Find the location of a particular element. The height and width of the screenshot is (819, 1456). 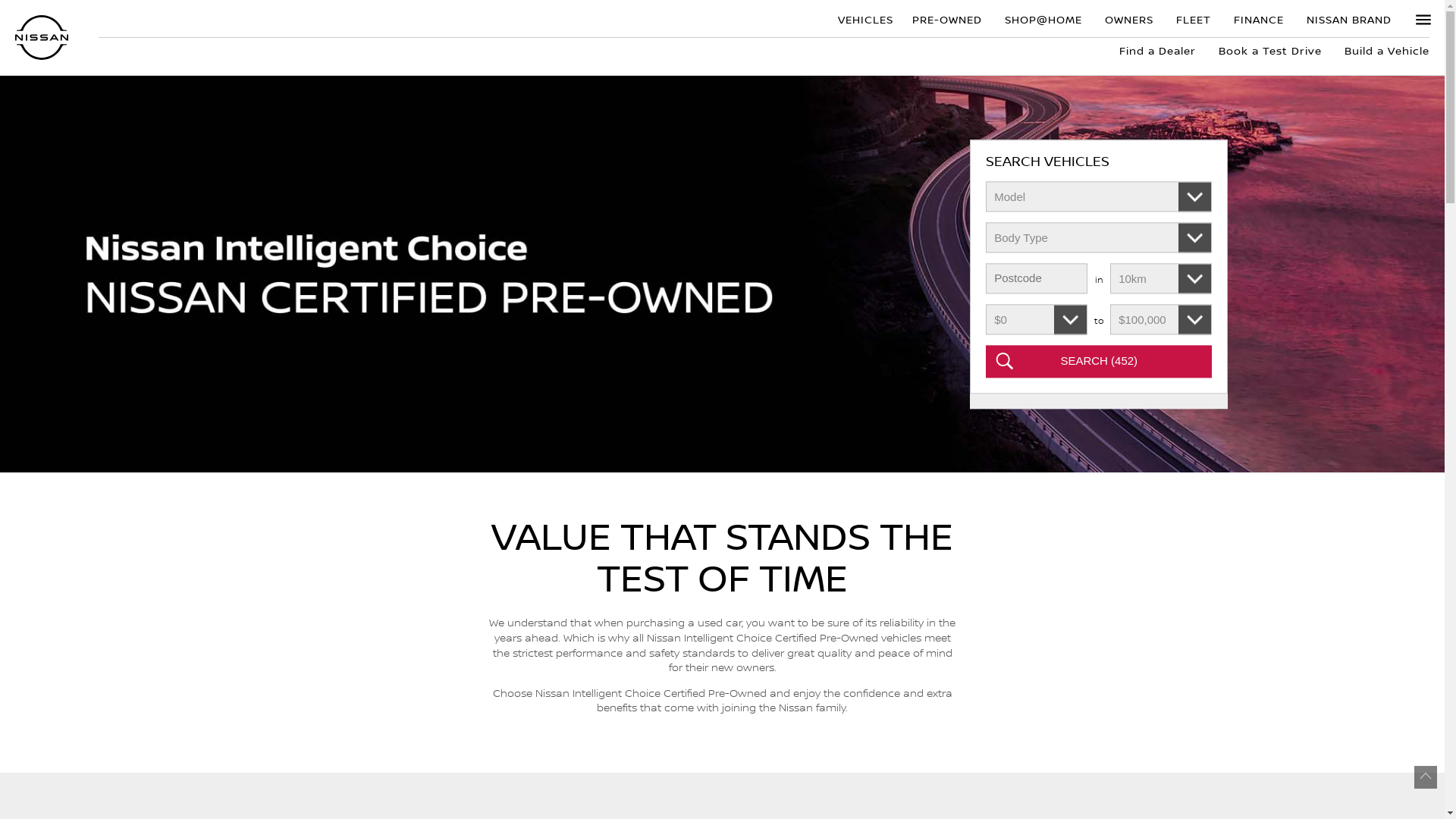

'PRE-OWNED' is located at coordinates (946, 18).